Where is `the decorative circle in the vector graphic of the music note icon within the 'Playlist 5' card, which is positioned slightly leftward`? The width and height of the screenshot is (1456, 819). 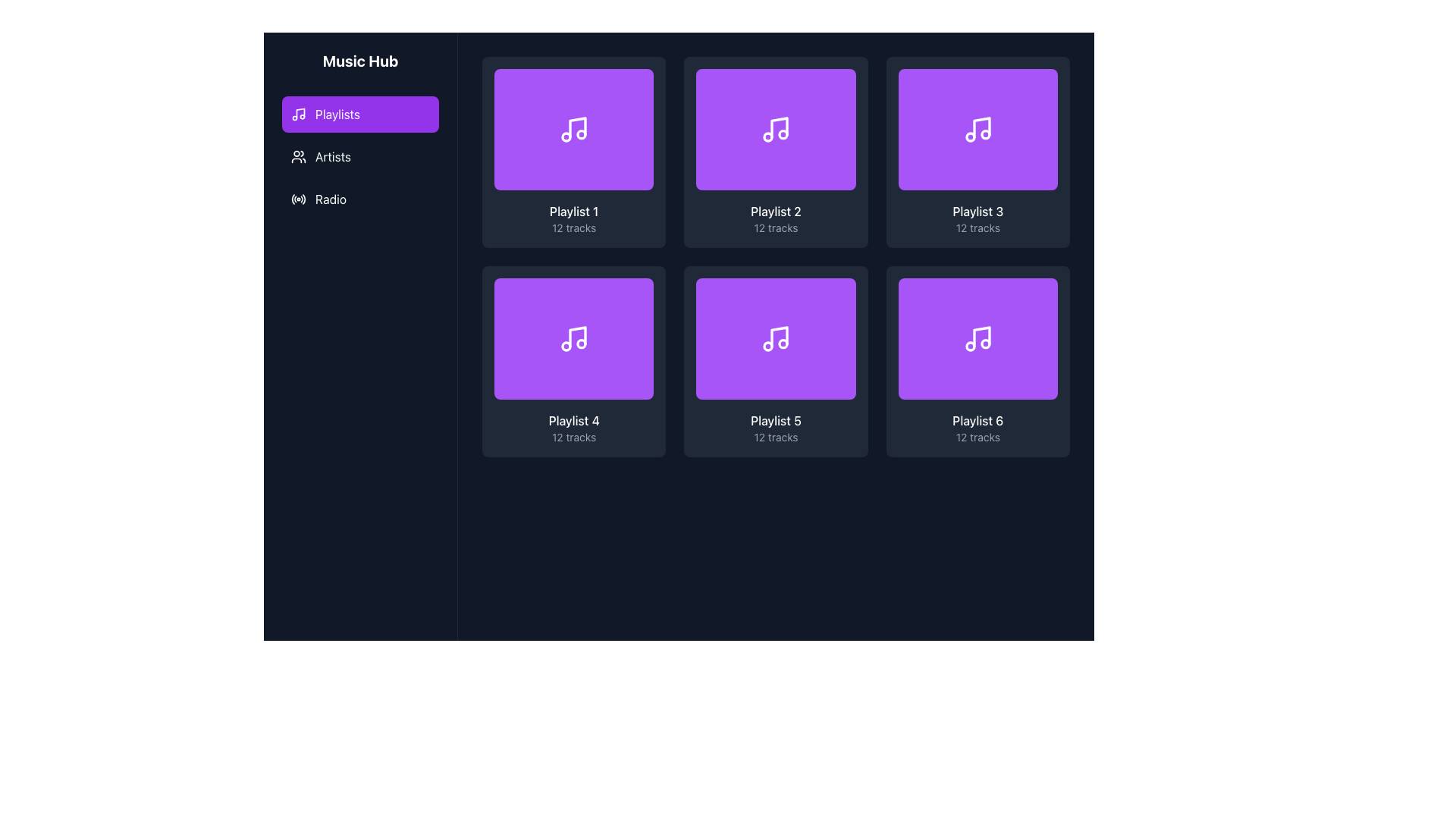
the decorative circle in the vector graphic of the music note icon within the 'Playlist 5' card, which is positioned slightly leftward is located at coordinates (768, 346).